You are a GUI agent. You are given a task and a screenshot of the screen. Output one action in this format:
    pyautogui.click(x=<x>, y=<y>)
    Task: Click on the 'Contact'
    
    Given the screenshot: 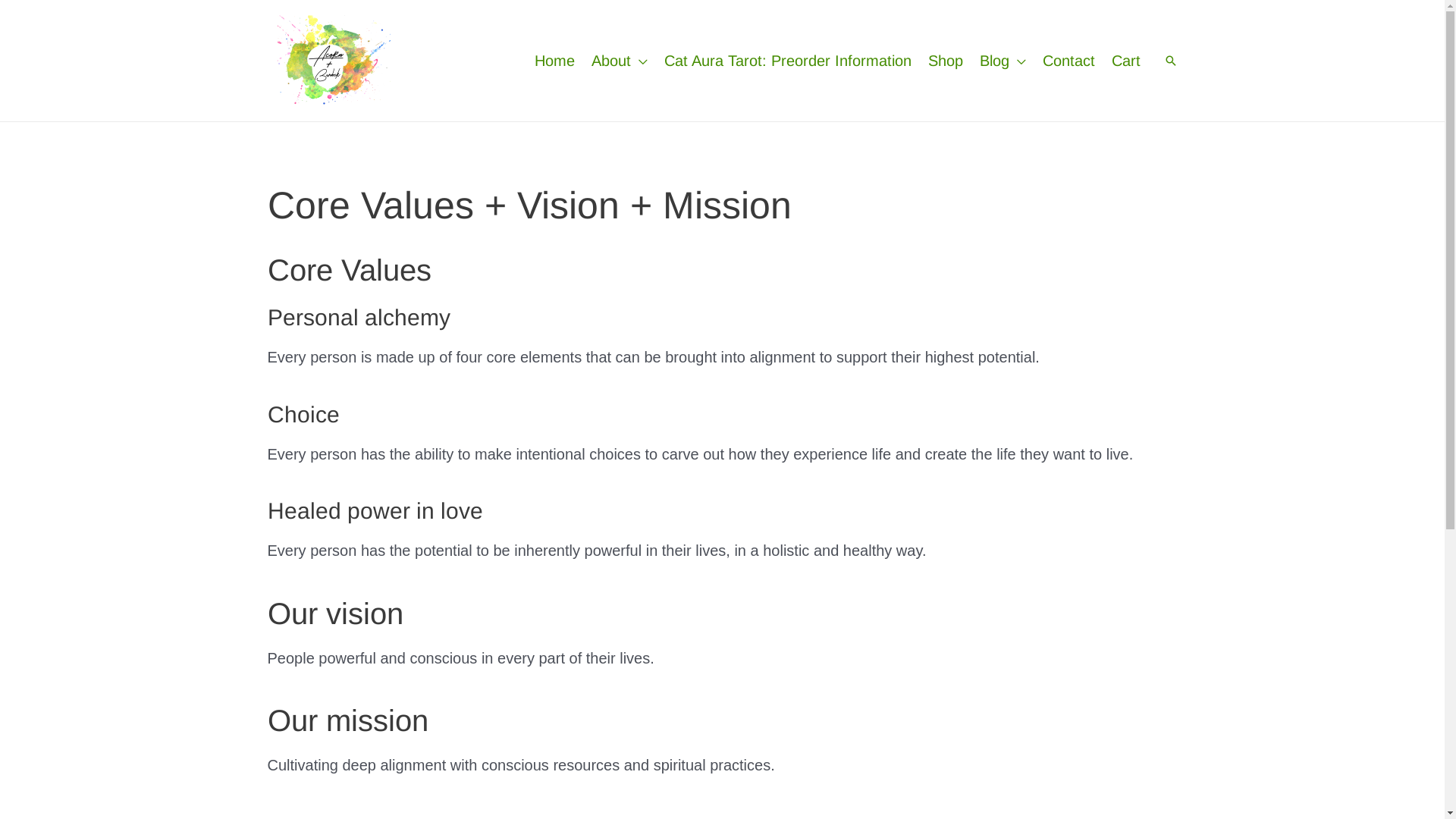 What is the action you would take?
    pyautogui.click(x=1068, y=60)
    